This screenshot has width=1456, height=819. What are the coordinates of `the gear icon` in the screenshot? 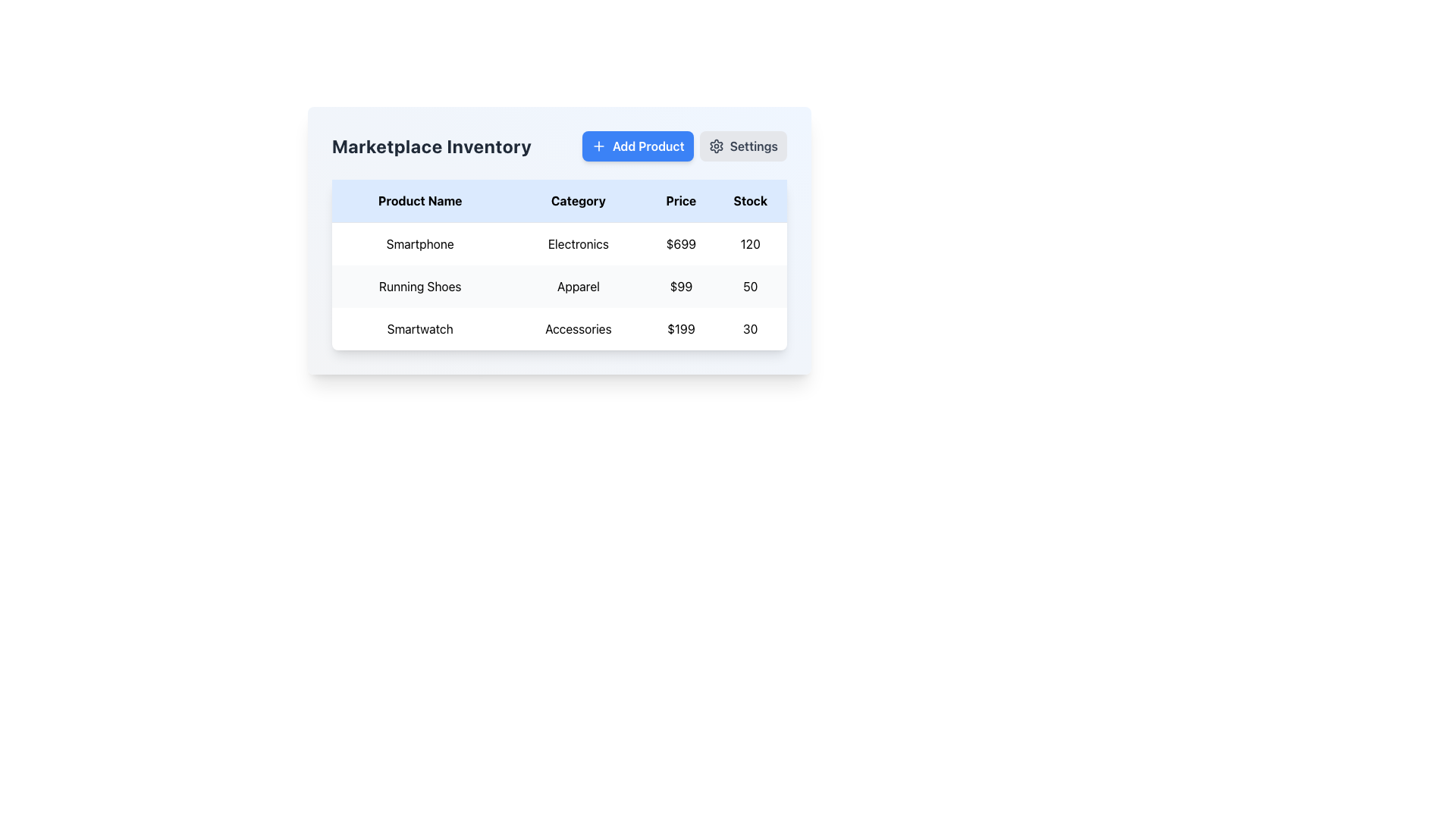 It's located at (715, 146).